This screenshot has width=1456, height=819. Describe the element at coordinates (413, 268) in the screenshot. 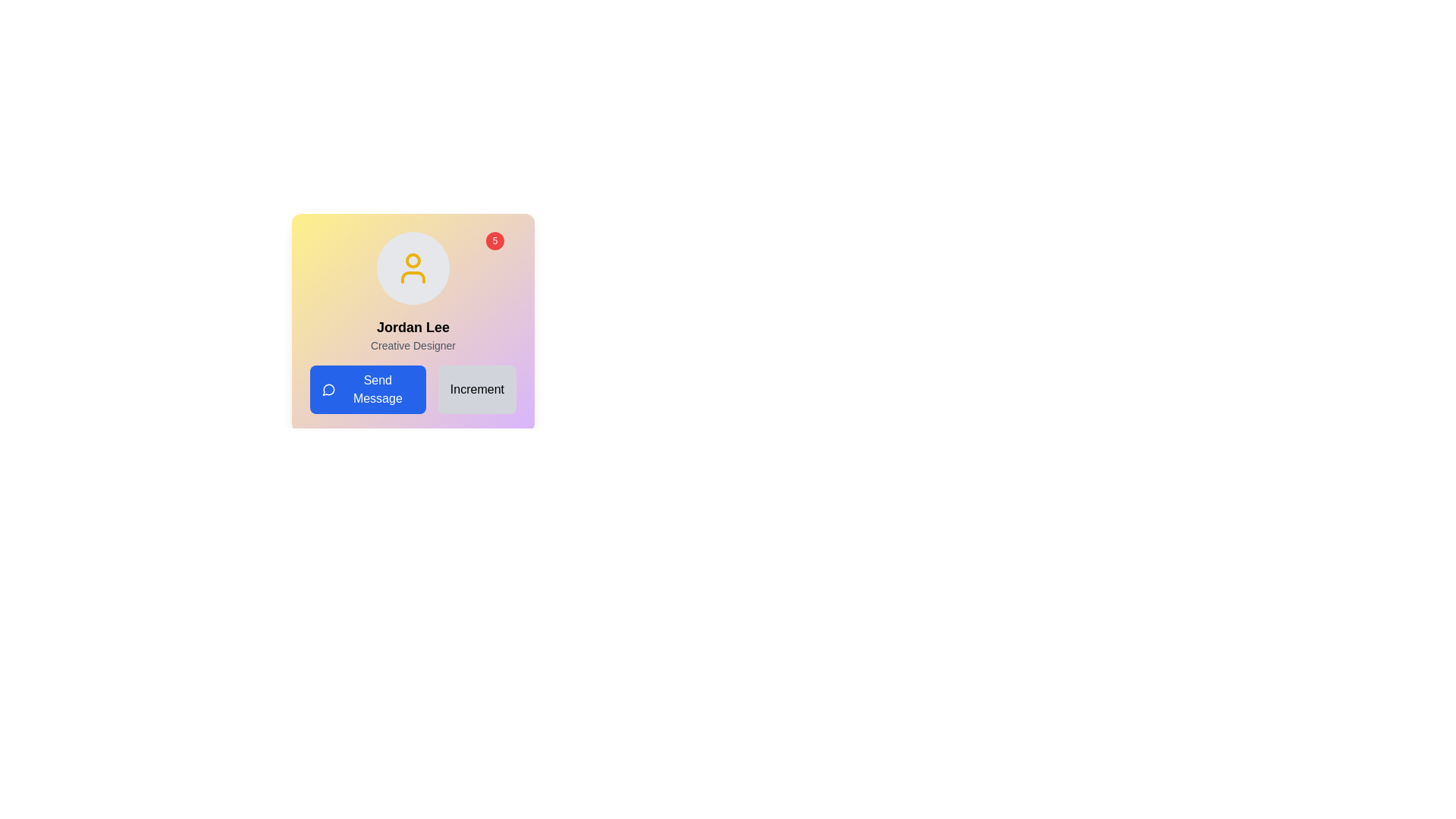

I see `the profile picture placeholder with a notification badge` at that location.